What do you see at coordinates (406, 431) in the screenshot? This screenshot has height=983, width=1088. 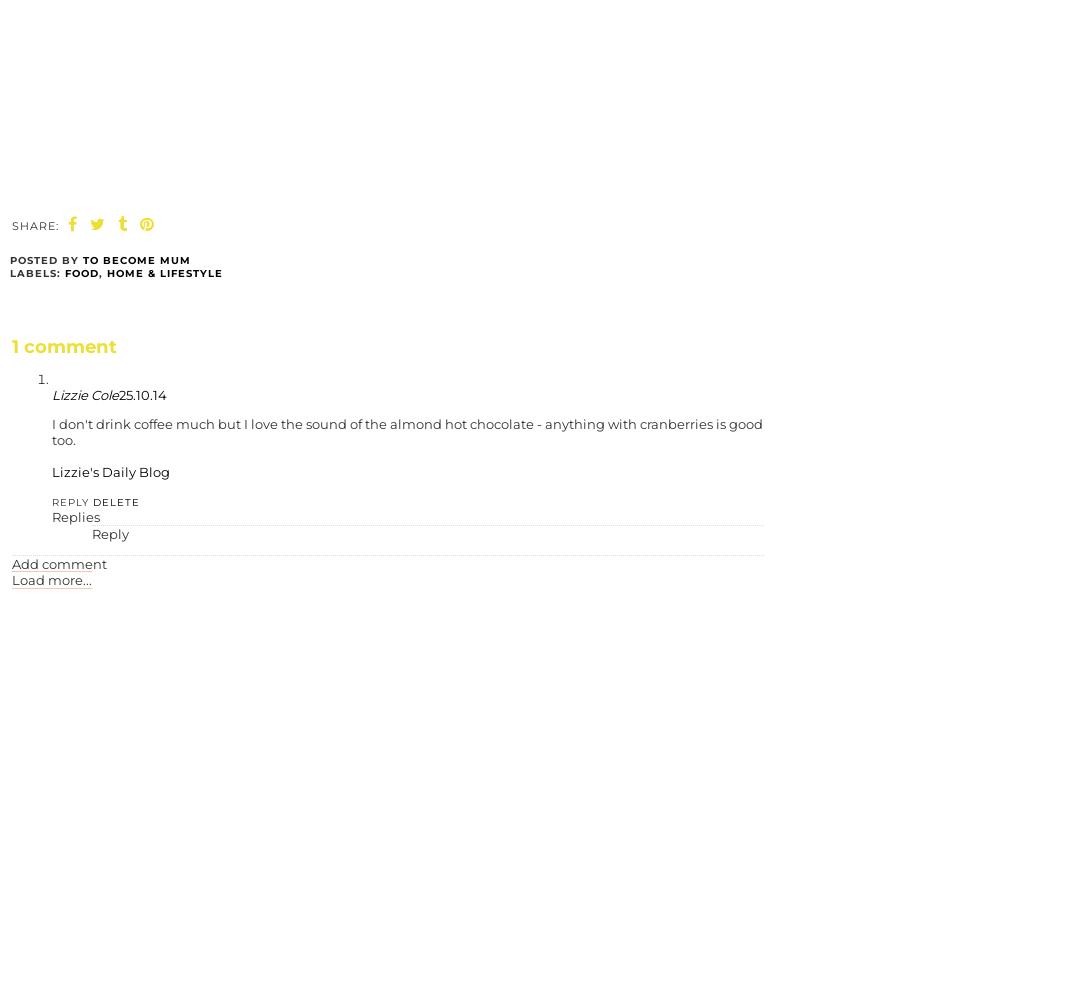 I see `'I don't drink coffee much but I love the sound of the almond hot chocolate - anything with cranberries is good too.'` at bounding box center [406, 431].